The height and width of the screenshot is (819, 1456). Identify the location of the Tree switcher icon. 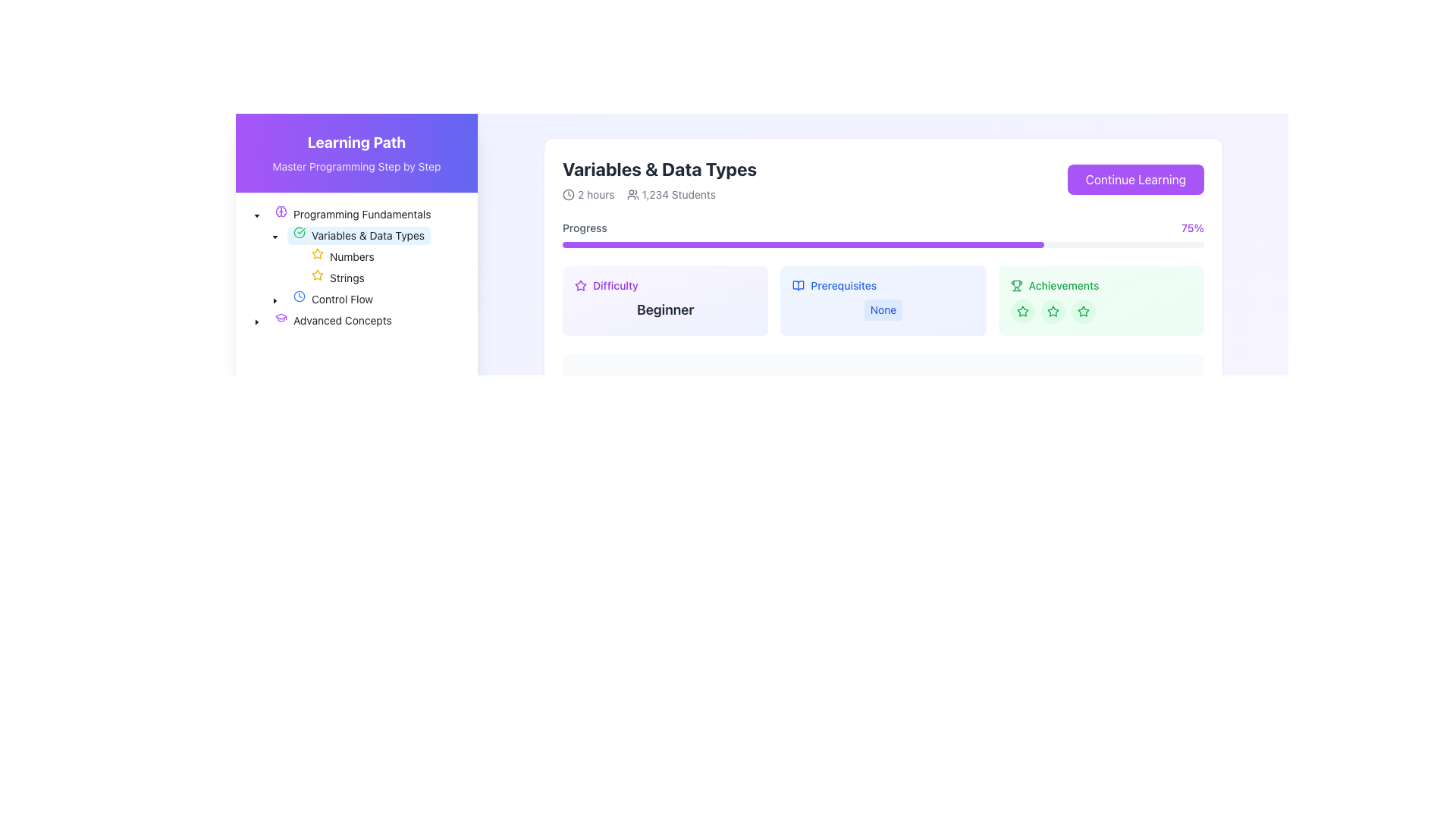
(275, 299).